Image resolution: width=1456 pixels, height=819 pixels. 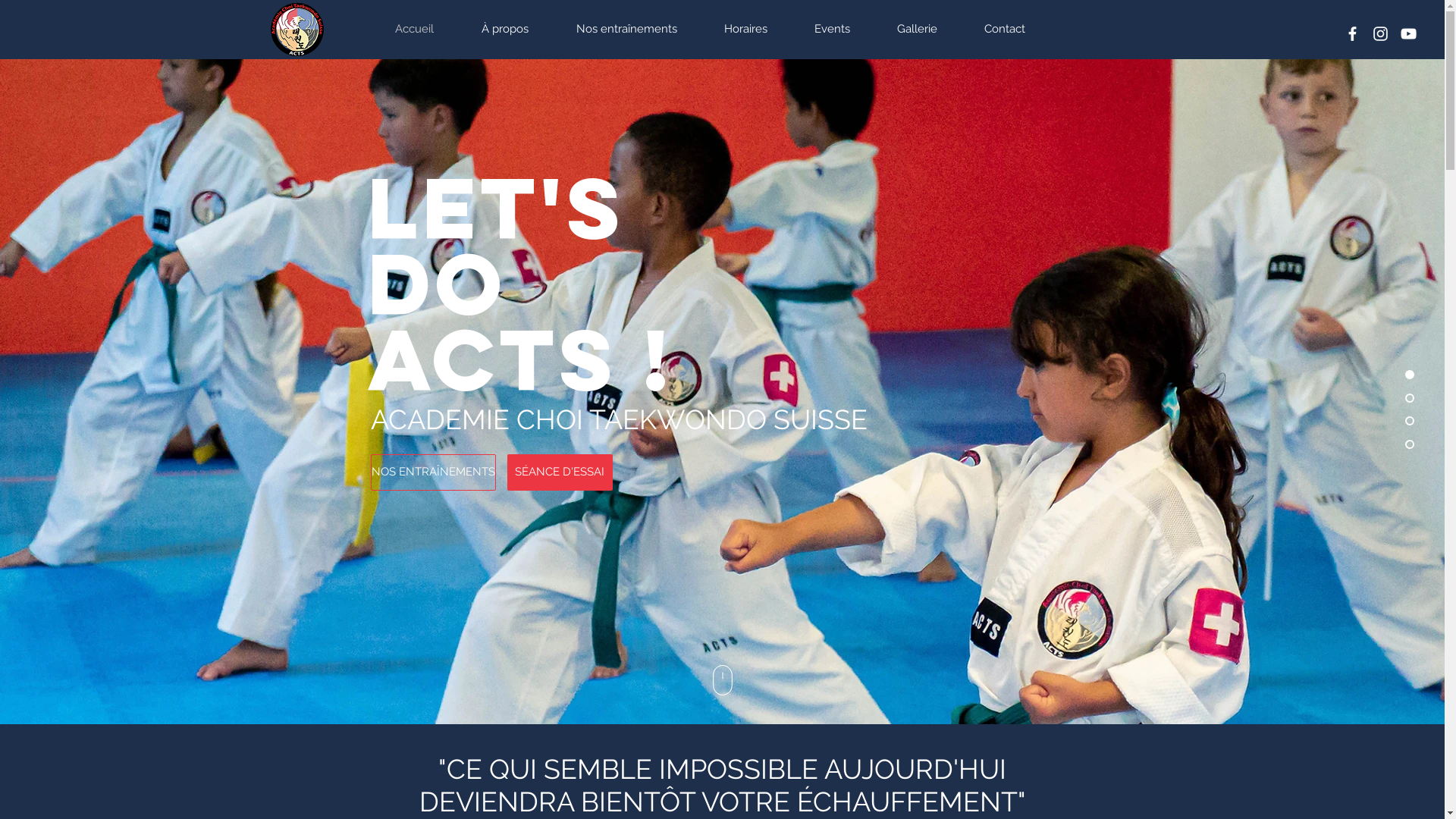 What do you see at coordinates (383, 29) in the screenshot?
I see `'Accueil'` at bounding box center [383, 29].